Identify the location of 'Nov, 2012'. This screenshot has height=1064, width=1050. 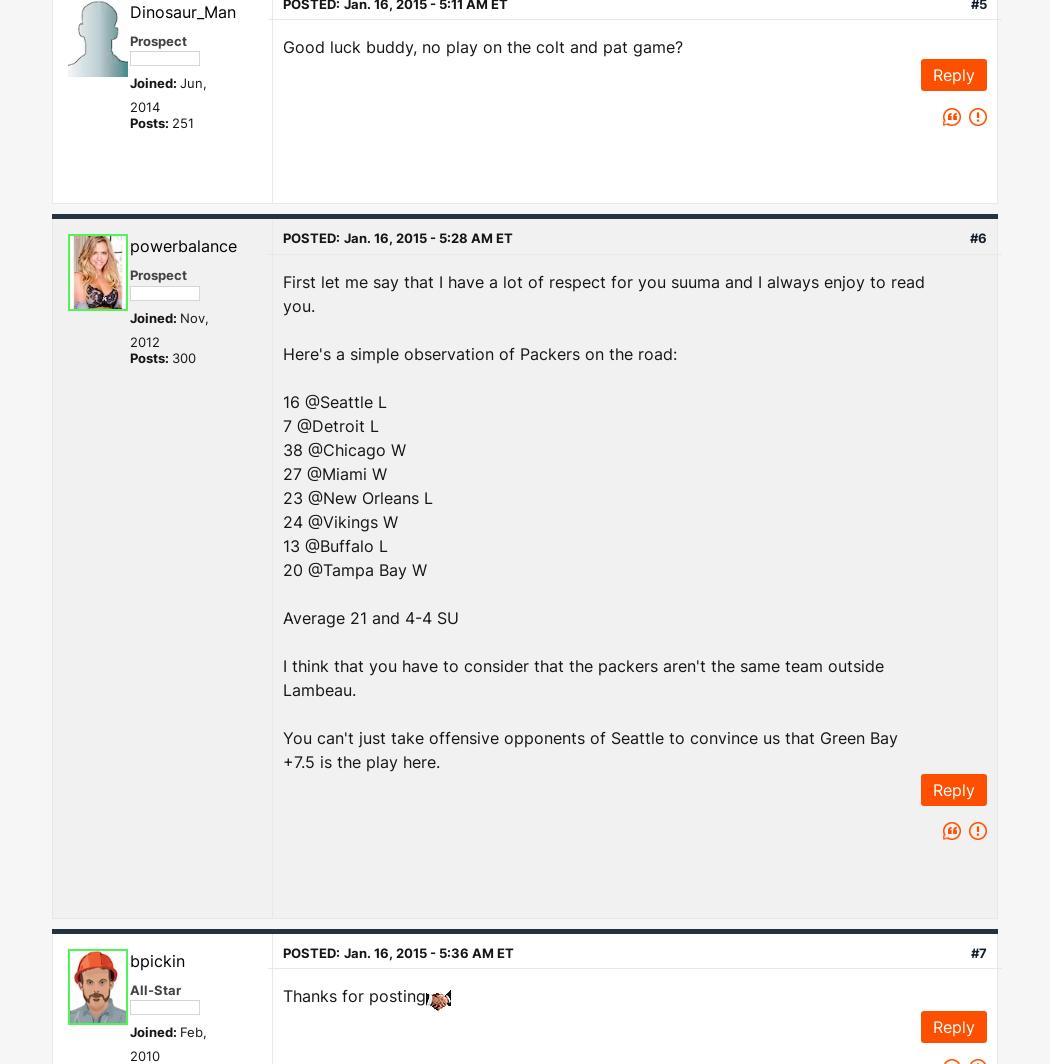
(169, 328).